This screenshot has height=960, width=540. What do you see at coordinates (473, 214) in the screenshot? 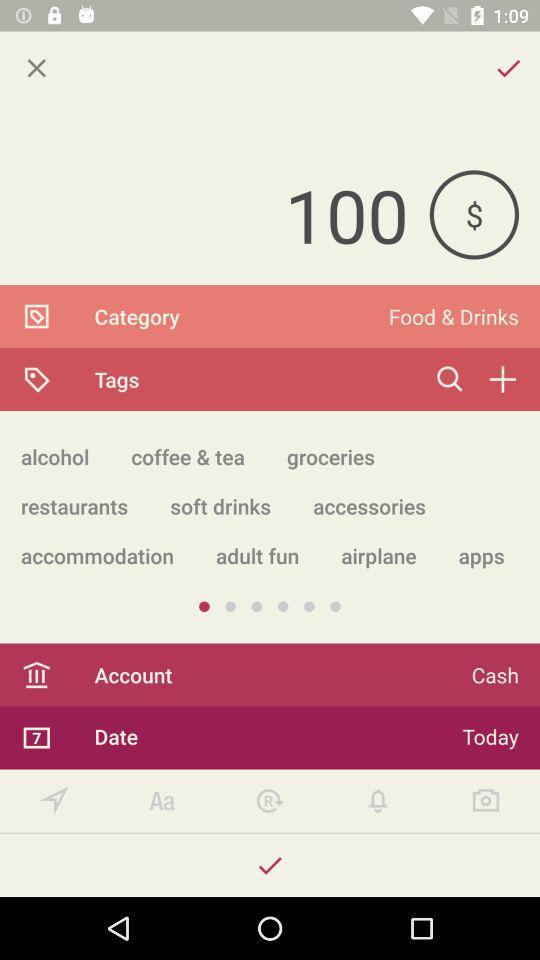
I see `the icon to the right of the 100 item` at bounding box center [473, 214].